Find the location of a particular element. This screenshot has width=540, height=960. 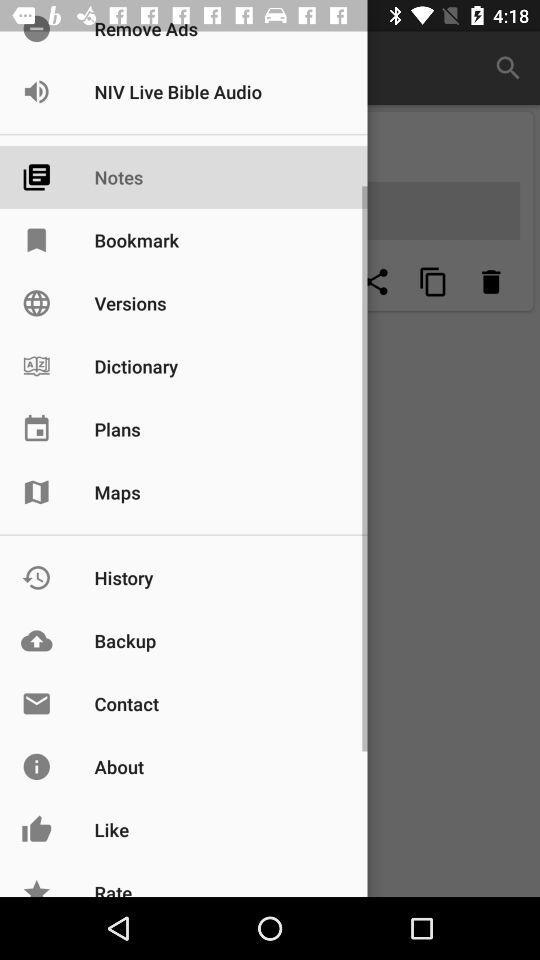

zoom page is located at coordinates (432, 281).